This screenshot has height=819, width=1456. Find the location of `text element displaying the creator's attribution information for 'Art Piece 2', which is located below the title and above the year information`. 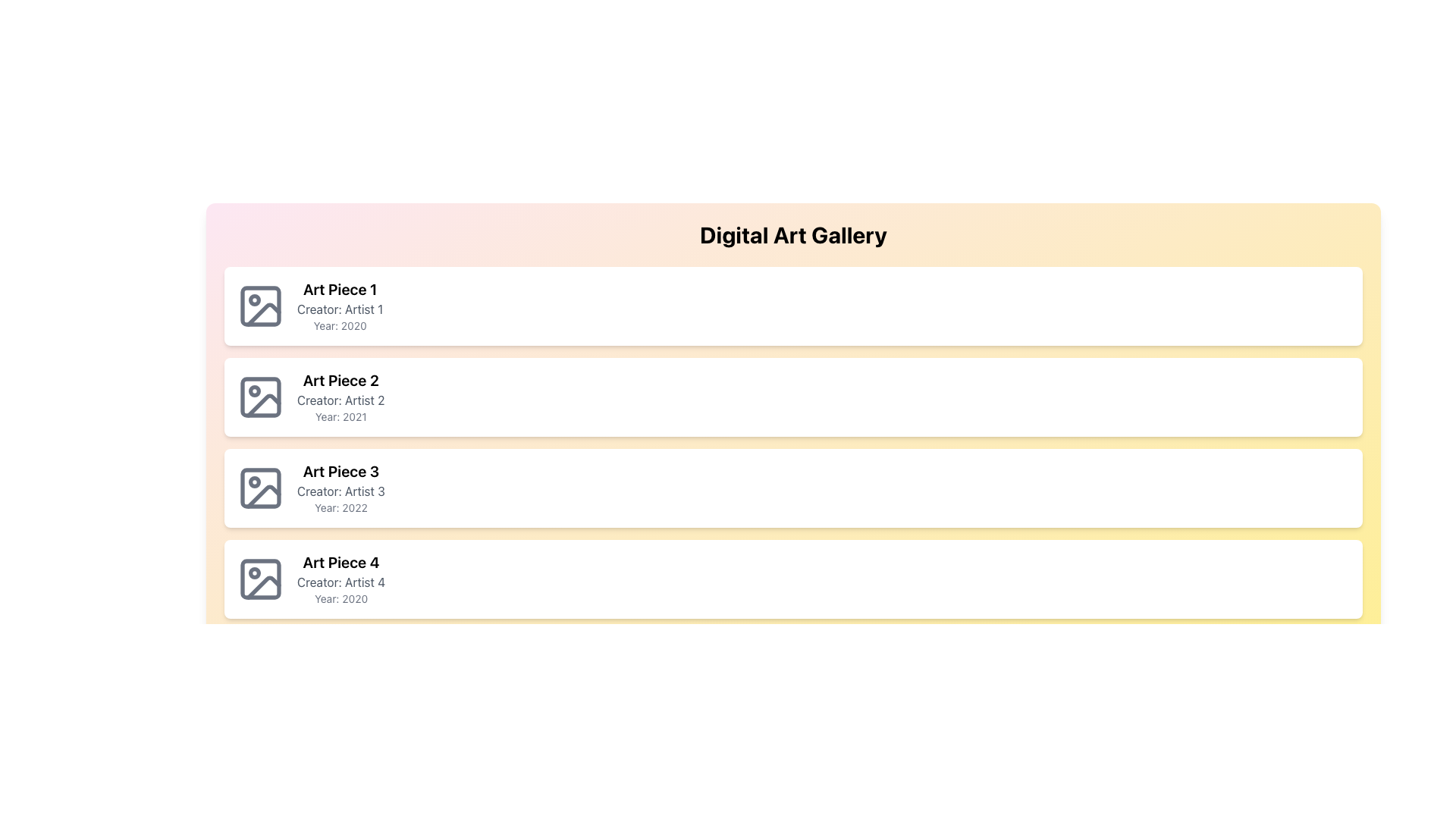

text element displaying the creator's attribution information for 'Art Piece 2', which is located below the title and above the year information is located at coordinates (340, 400).